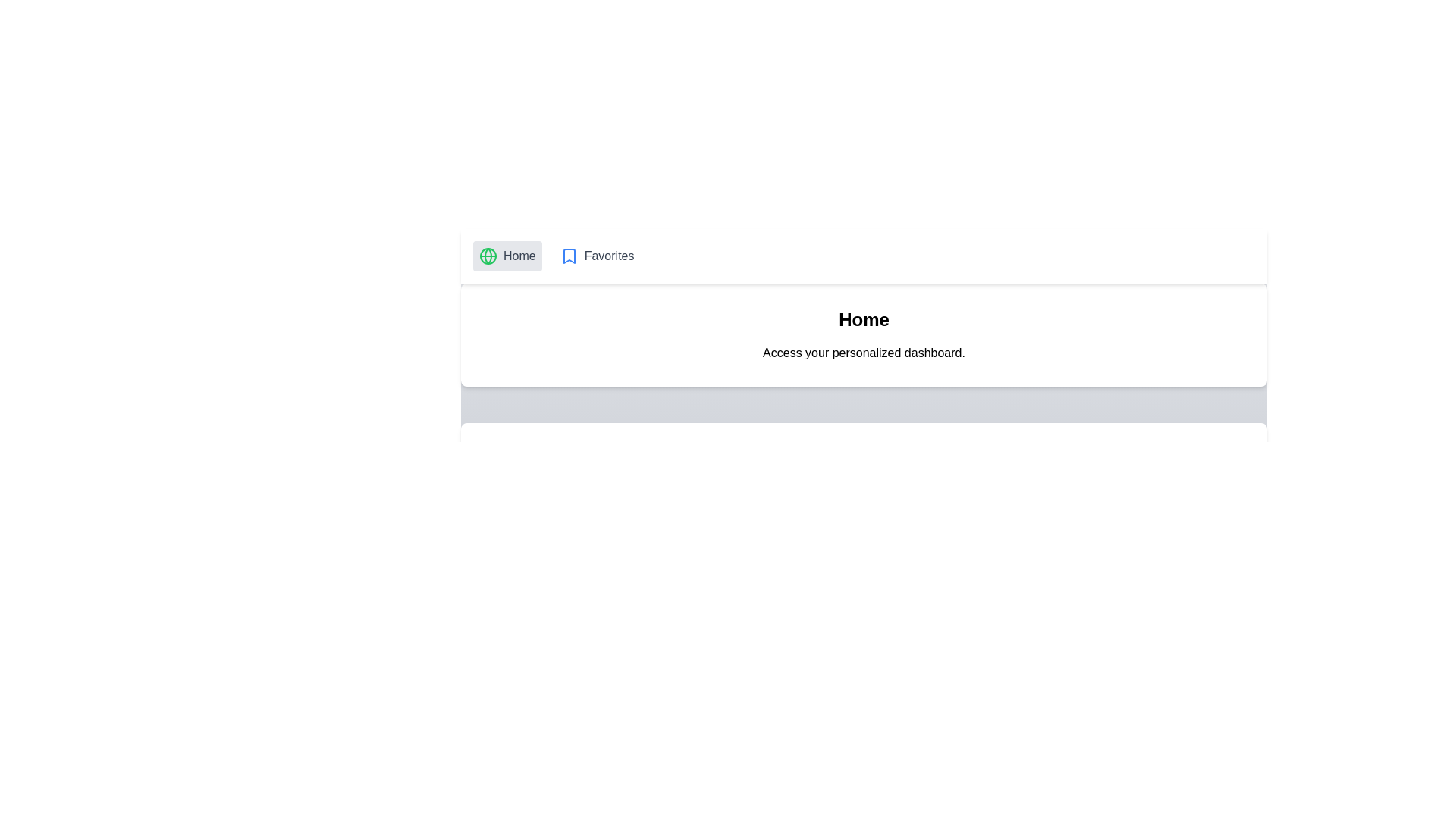 This screenshot has height=819, width=1456. Describe the element at coordinates (507, 256) in the screenshot. I see `the 'Home' button with a gray background and a green globe-shaped icon` at that location.